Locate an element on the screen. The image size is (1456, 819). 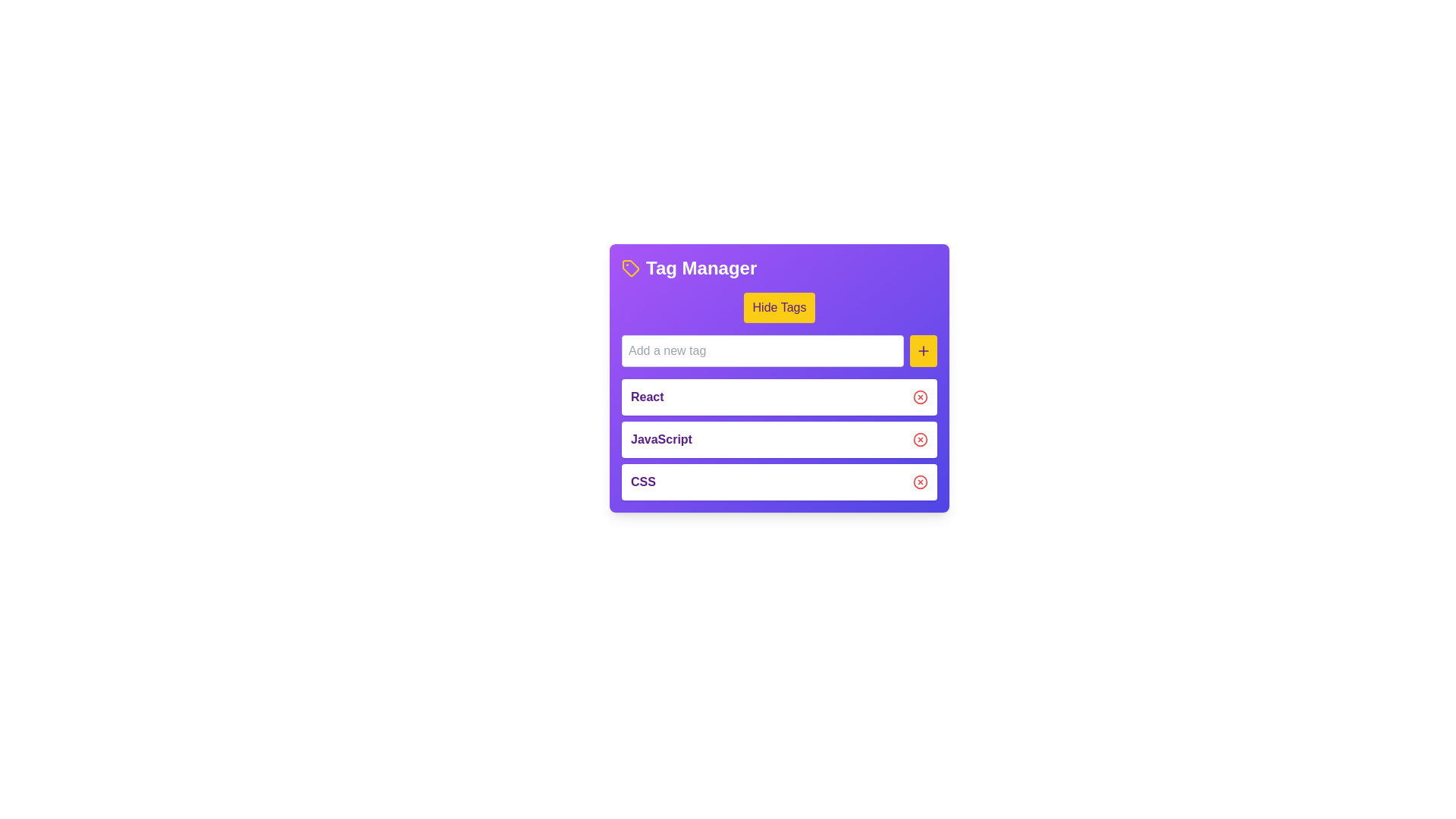
the 'JavaScript' tag entry in the Tag Manager is located at coordinates (779, 439).